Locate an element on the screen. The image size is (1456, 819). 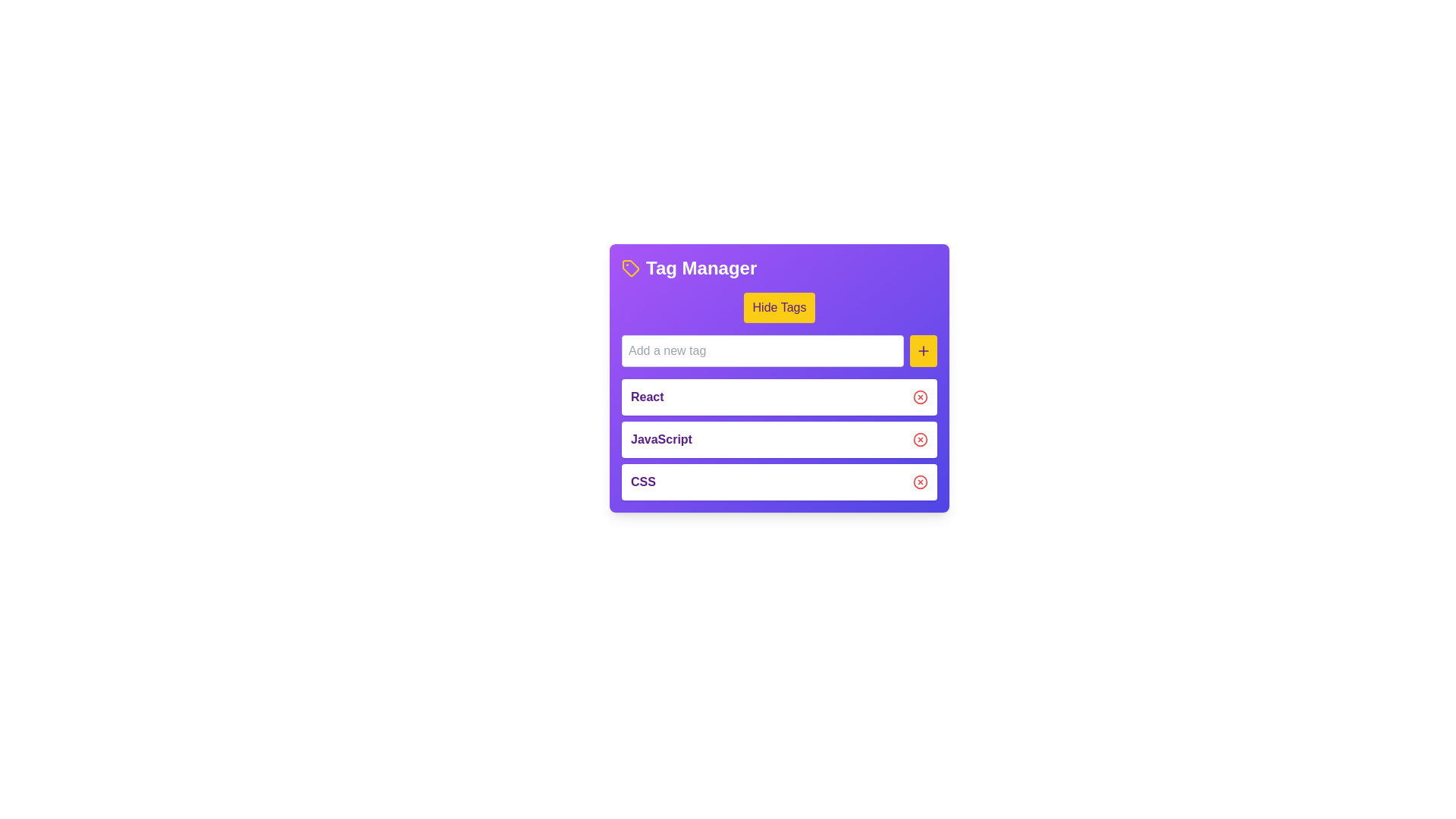
the 'JavaScript' tag entry in the Tag Manager is located at coordinates (779, 439).